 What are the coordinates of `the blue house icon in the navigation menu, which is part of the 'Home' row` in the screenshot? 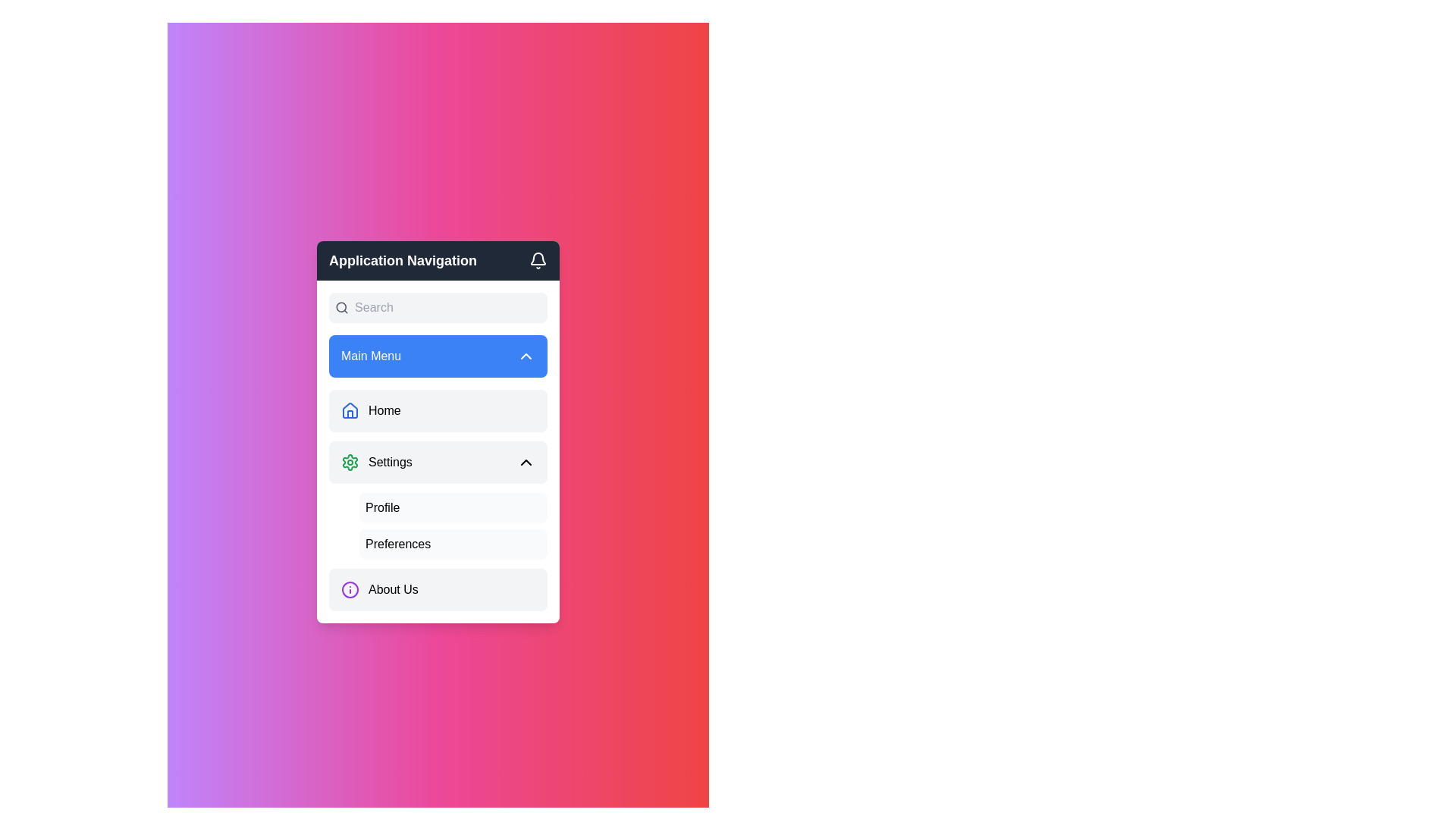 It's located at (349, 411).